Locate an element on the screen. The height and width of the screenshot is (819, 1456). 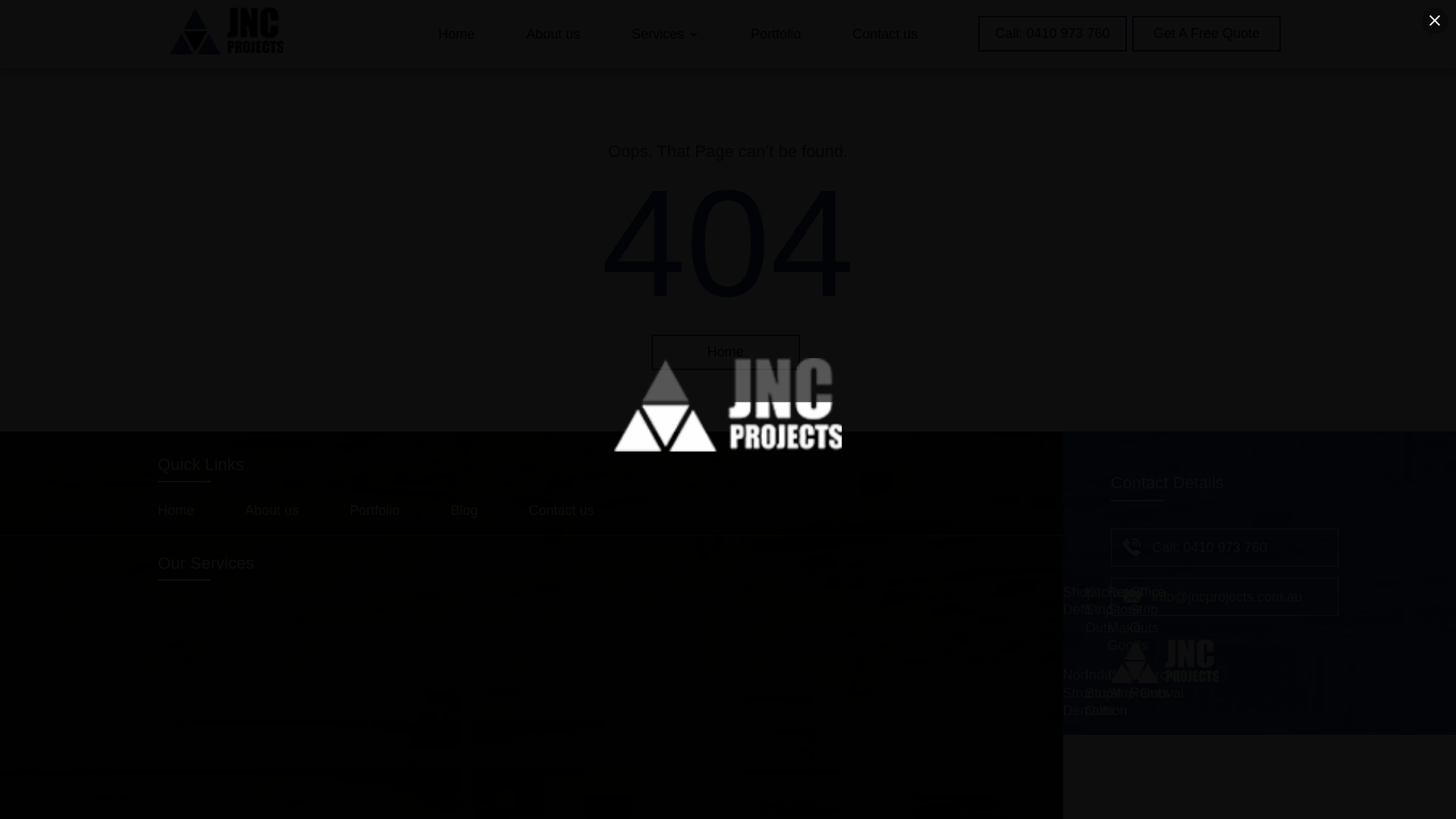
'Call: 0410 973 760' is located at coordinates (1051, 33).